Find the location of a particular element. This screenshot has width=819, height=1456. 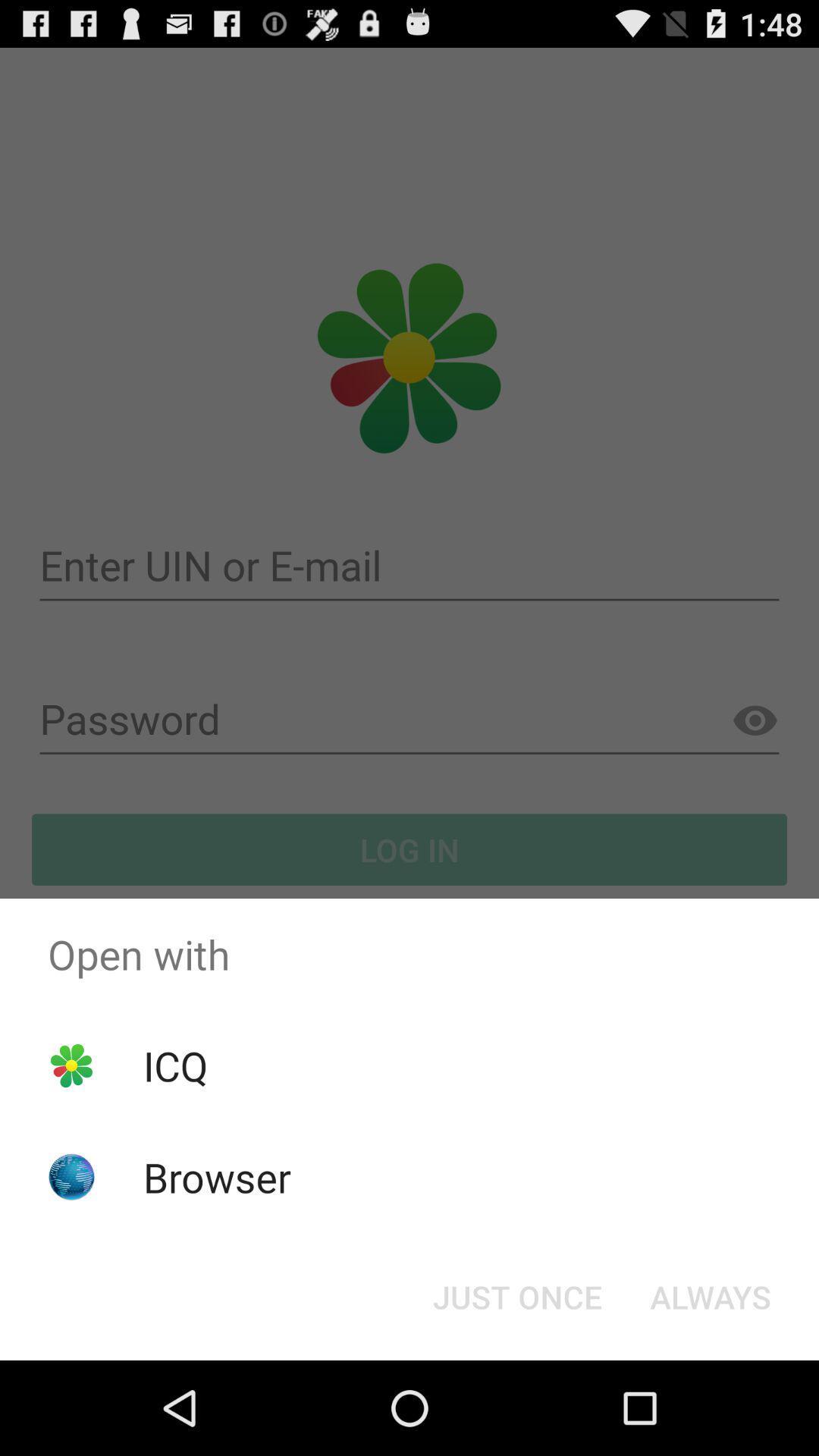

browser is located at coordinates (217, 1176).